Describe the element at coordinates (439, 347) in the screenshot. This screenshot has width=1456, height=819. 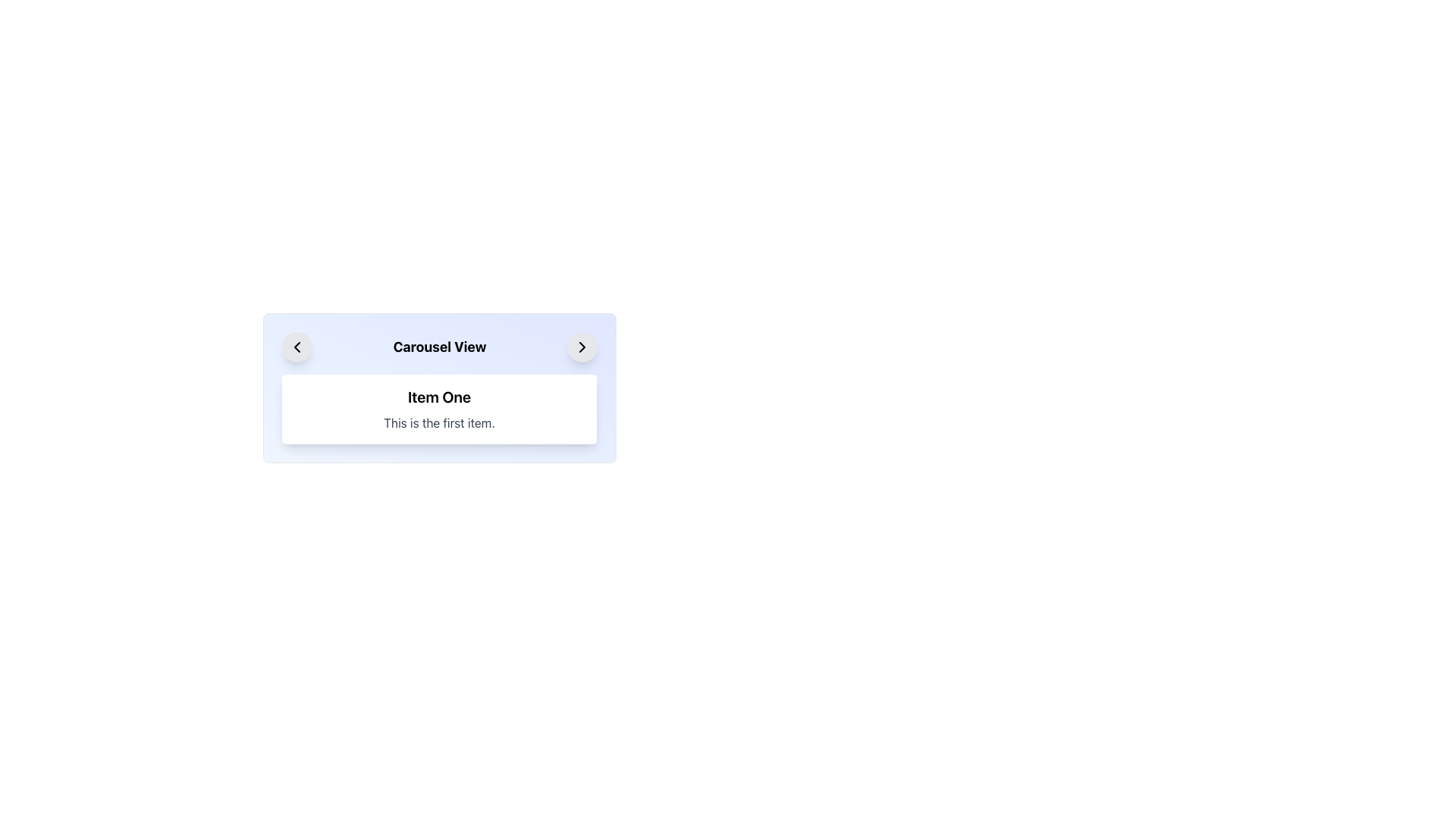
I see `the Header with navigation controls, which serves as a navigation header for a carousel interface, positioned at the top of the card-like section` at that location.